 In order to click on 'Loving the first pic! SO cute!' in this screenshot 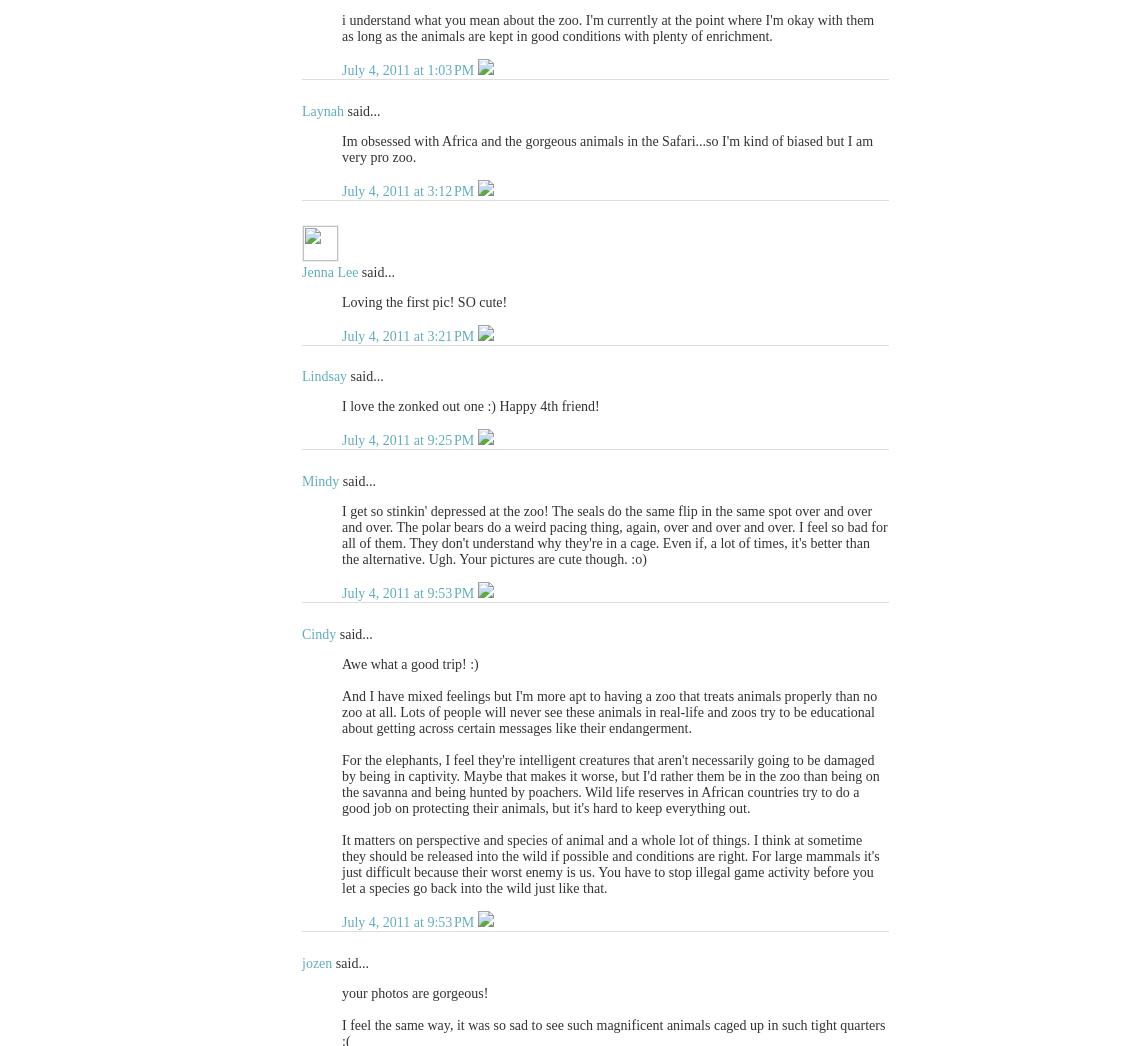, I will do `click(424, 301)`.